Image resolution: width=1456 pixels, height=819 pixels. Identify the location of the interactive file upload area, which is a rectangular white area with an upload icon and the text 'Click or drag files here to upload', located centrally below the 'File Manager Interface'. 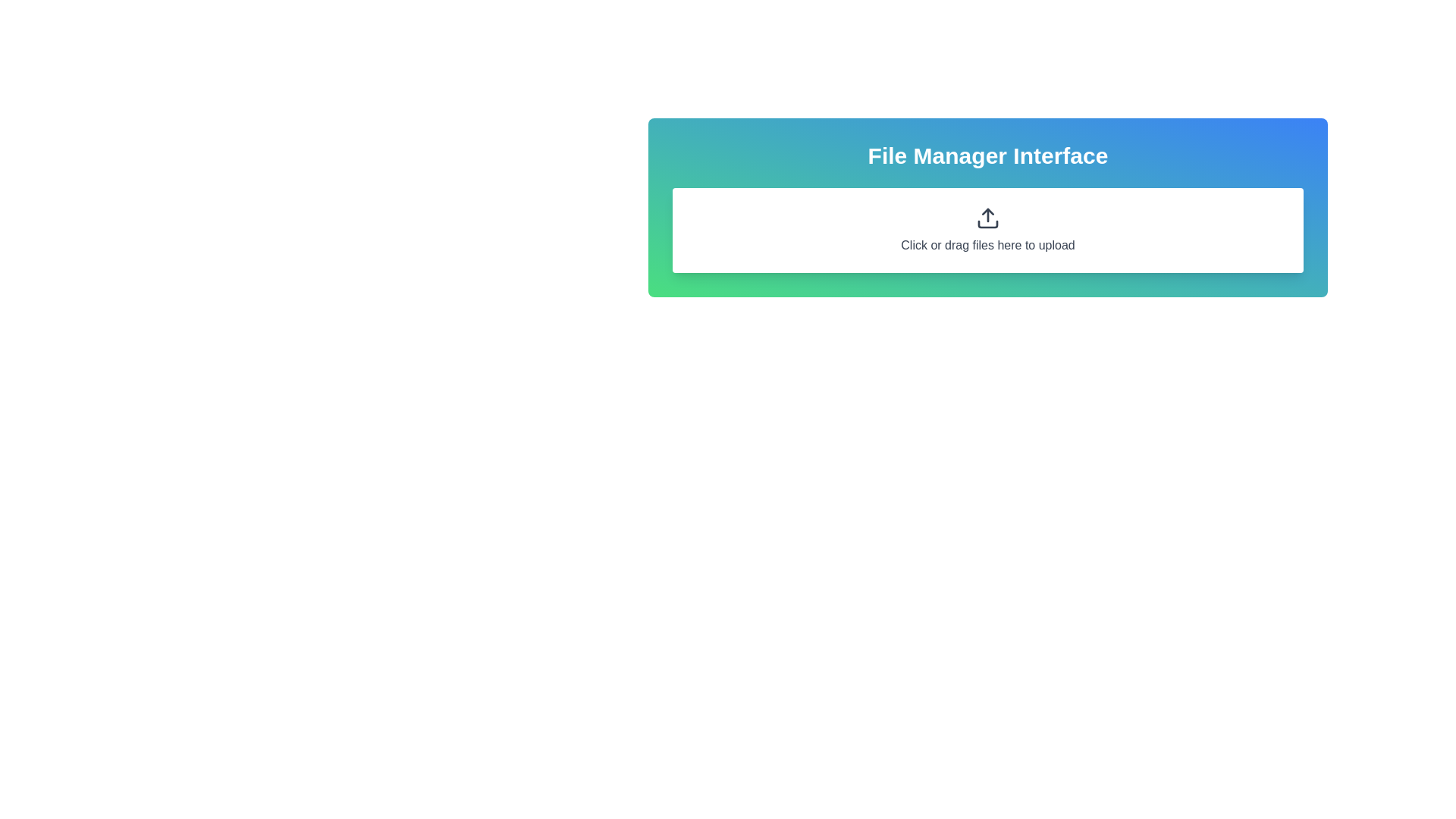
(987, 231).